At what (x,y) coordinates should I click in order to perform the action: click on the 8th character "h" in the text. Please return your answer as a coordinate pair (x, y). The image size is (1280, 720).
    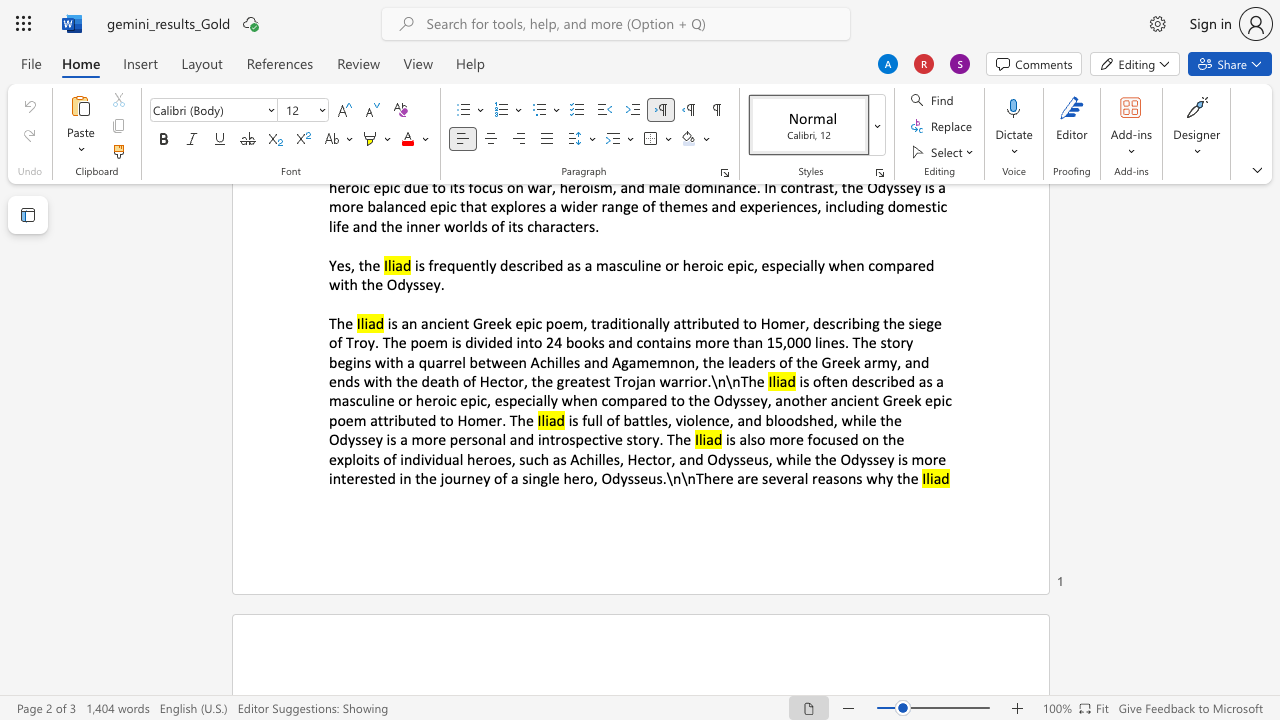
    Looking at the image, I should click on (566, 478).